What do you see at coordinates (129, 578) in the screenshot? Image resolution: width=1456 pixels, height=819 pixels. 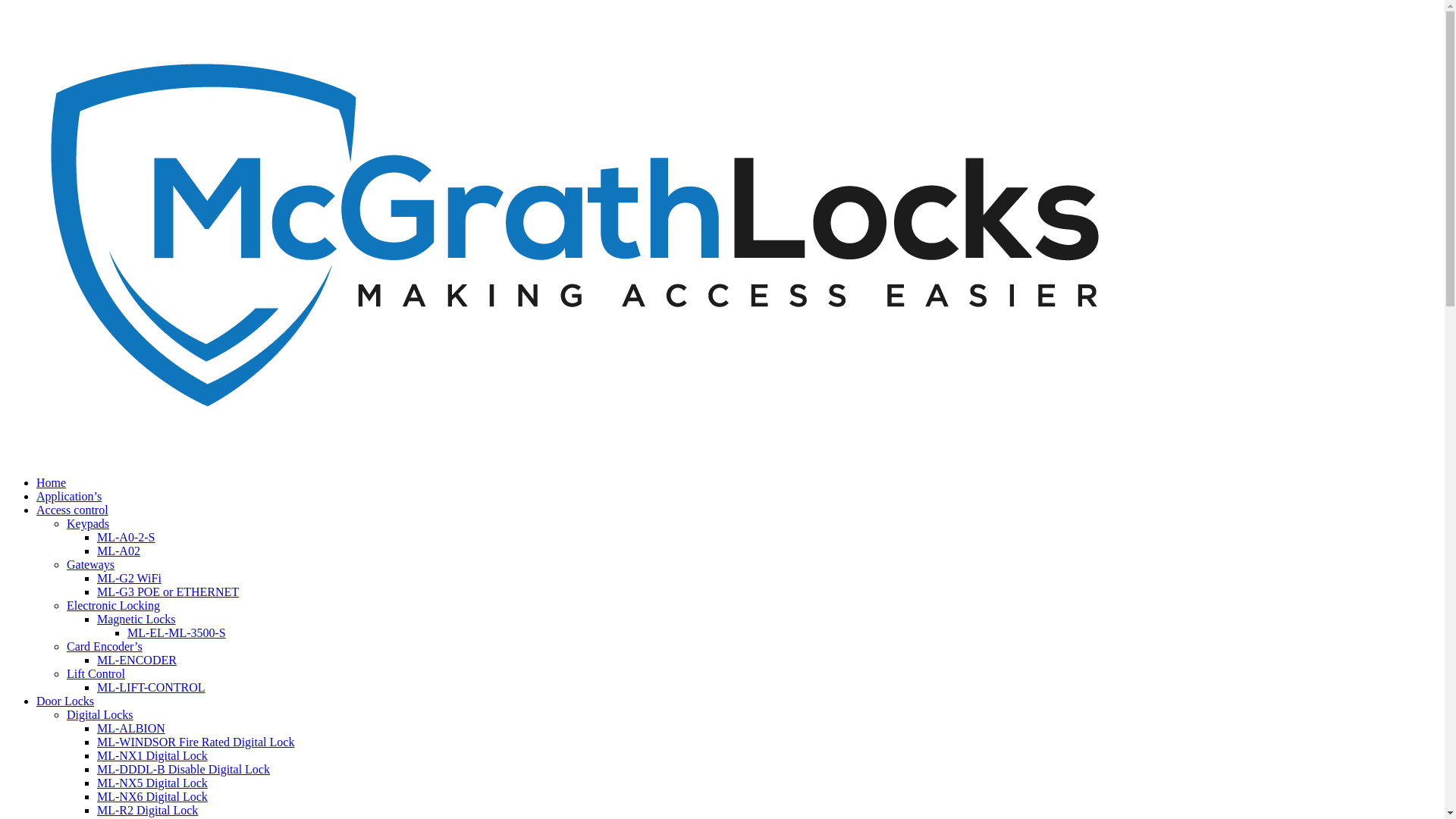 I see `'ML-G2 WiFi'` at bounding box center [129, 578].